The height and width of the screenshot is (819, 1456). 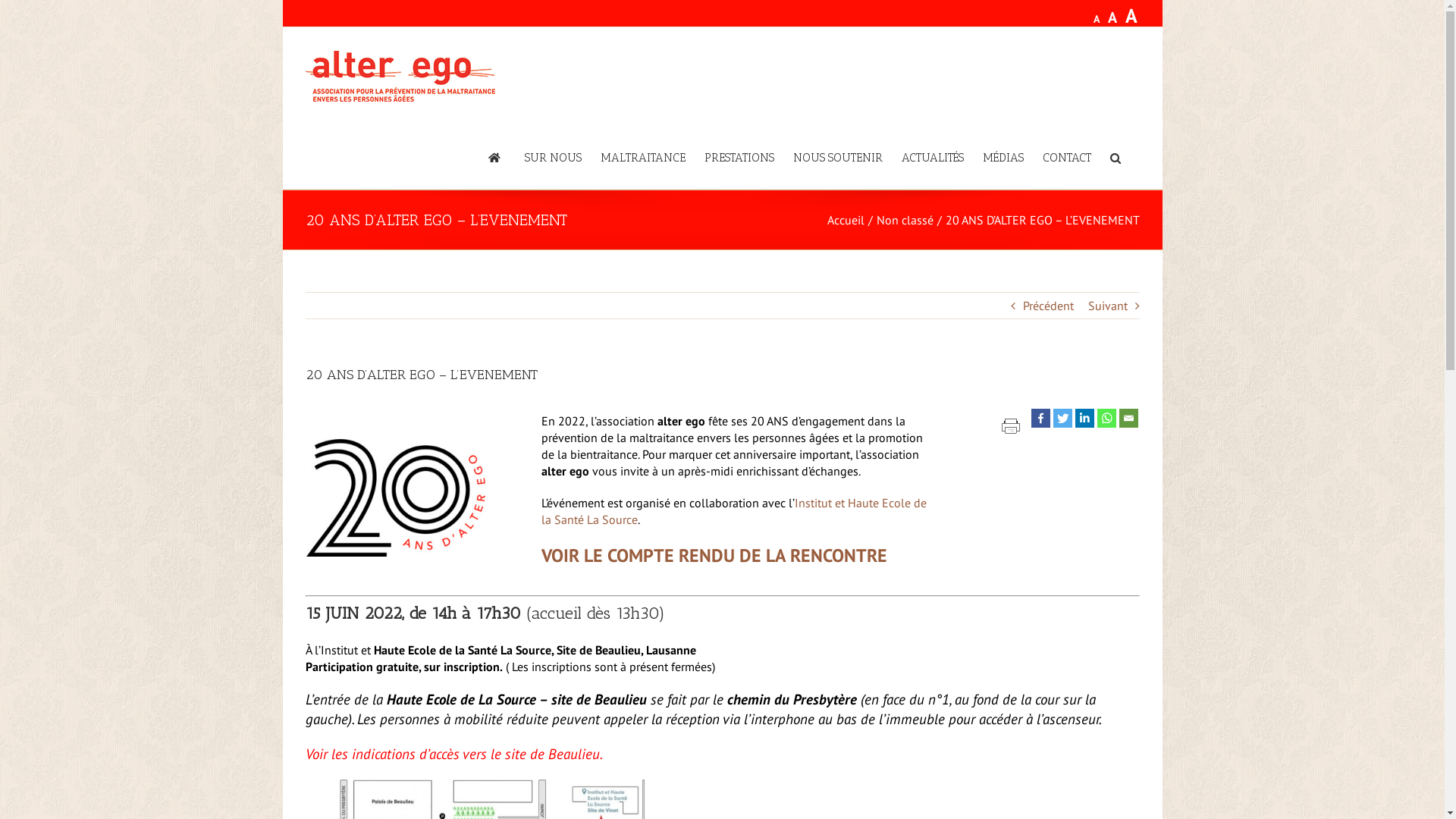 What do you see at coordinates (1131, 15) in the screenshot?
I see `'A` at bounding box center [1131, 15].